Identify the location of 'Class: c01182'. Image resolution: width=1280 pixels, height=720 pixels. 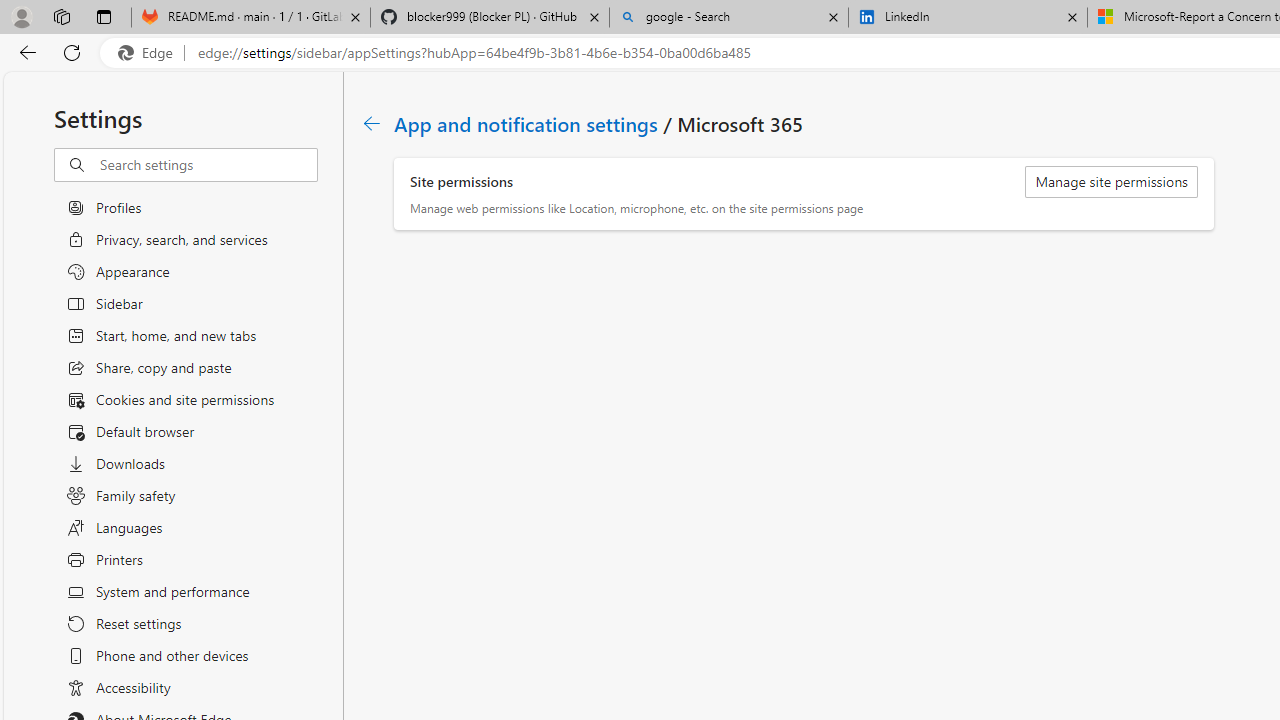
(371, 123).